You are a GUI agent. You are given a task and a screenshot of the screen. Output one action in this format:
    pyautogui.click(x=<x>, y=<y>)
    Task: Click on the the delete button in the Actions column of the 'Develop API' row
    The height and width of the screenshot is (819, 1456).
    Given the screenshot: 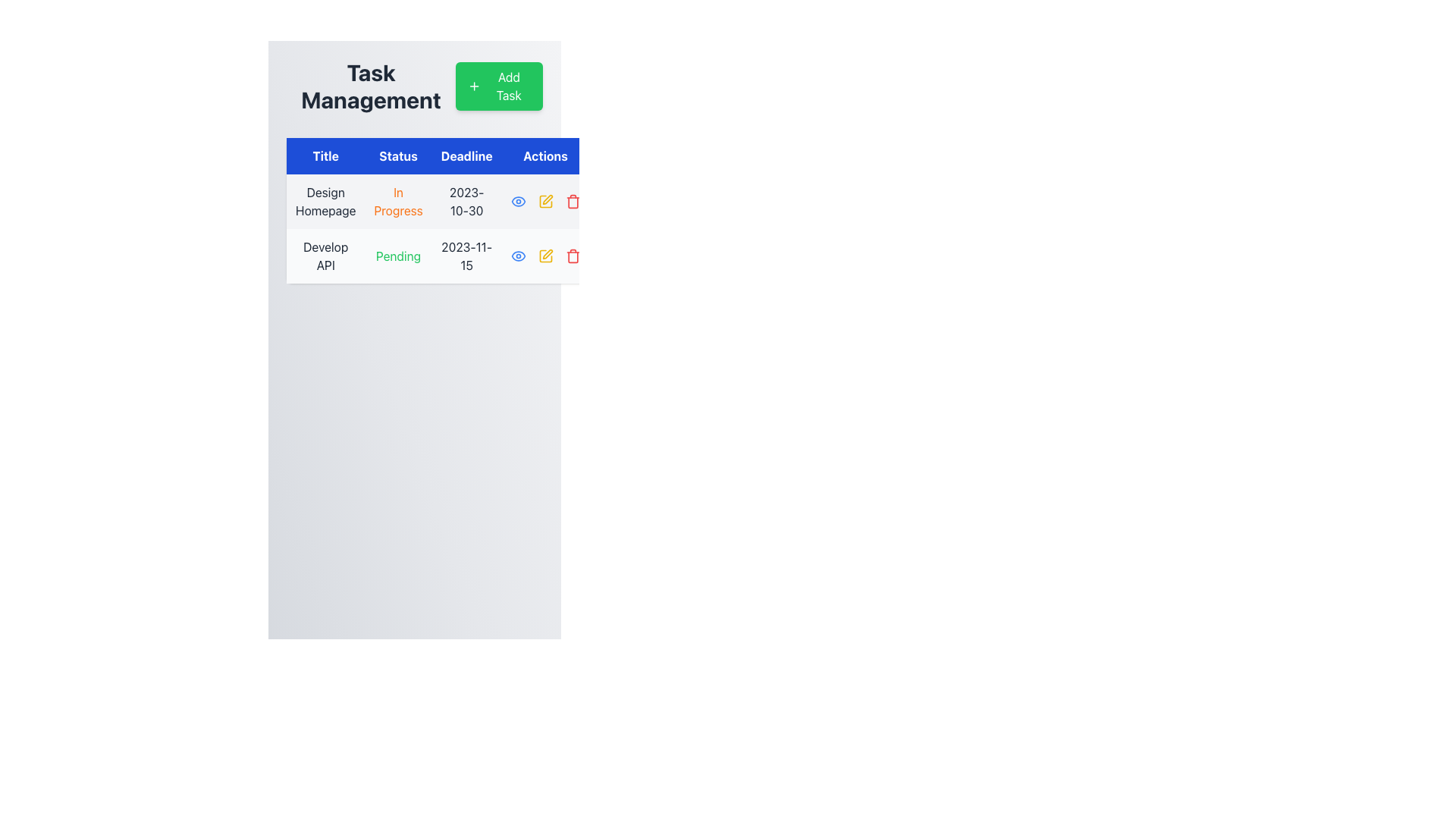 What is the action you would take?
    pyautogui.click(x=572, y=201)
    